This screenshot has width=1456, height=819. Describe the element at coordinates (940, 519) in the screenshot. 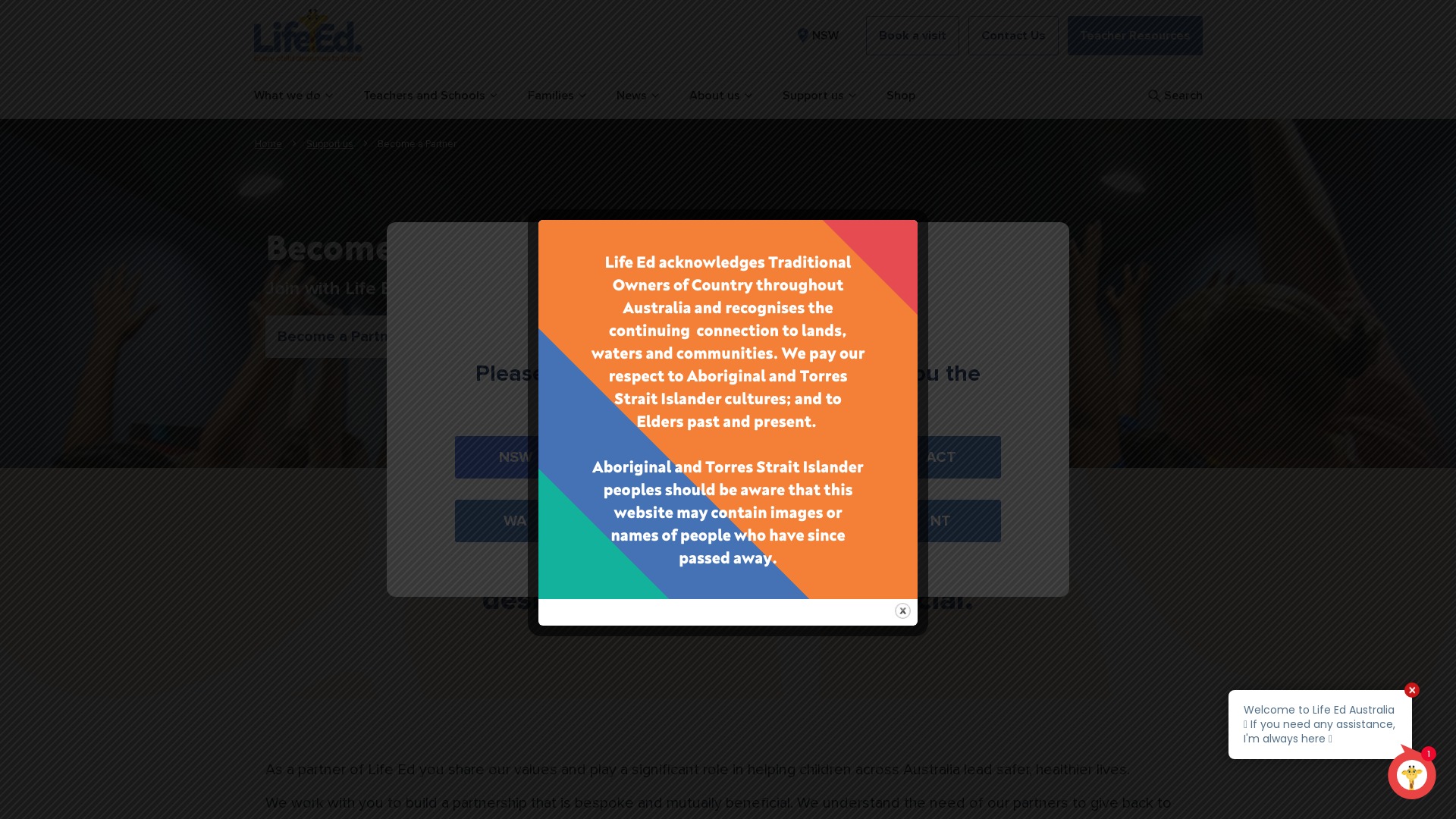

I see `'NT'` at that location.